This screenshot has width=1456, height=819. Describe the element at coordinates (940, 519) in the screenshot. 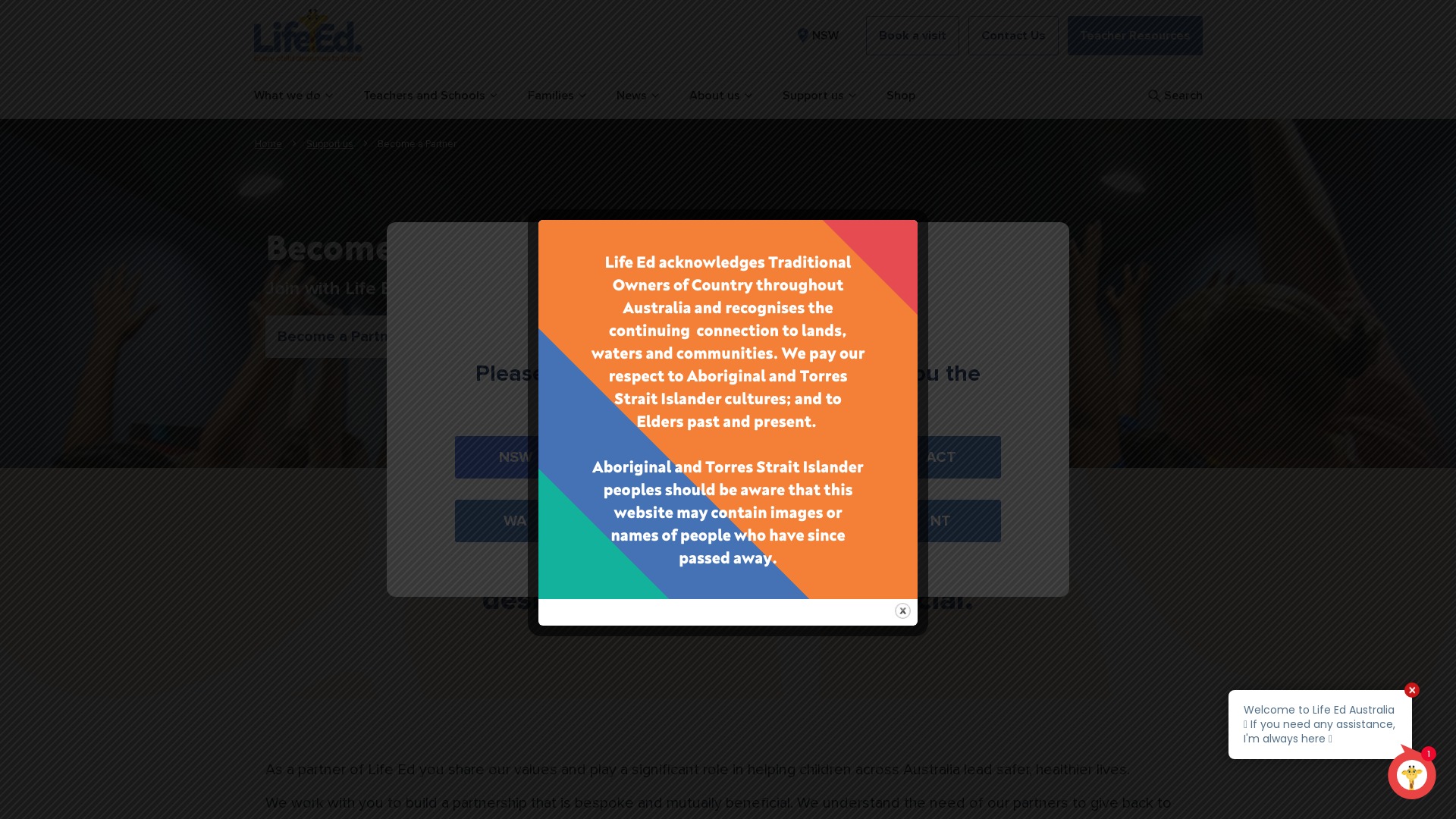

I see `'NT'` at that location.